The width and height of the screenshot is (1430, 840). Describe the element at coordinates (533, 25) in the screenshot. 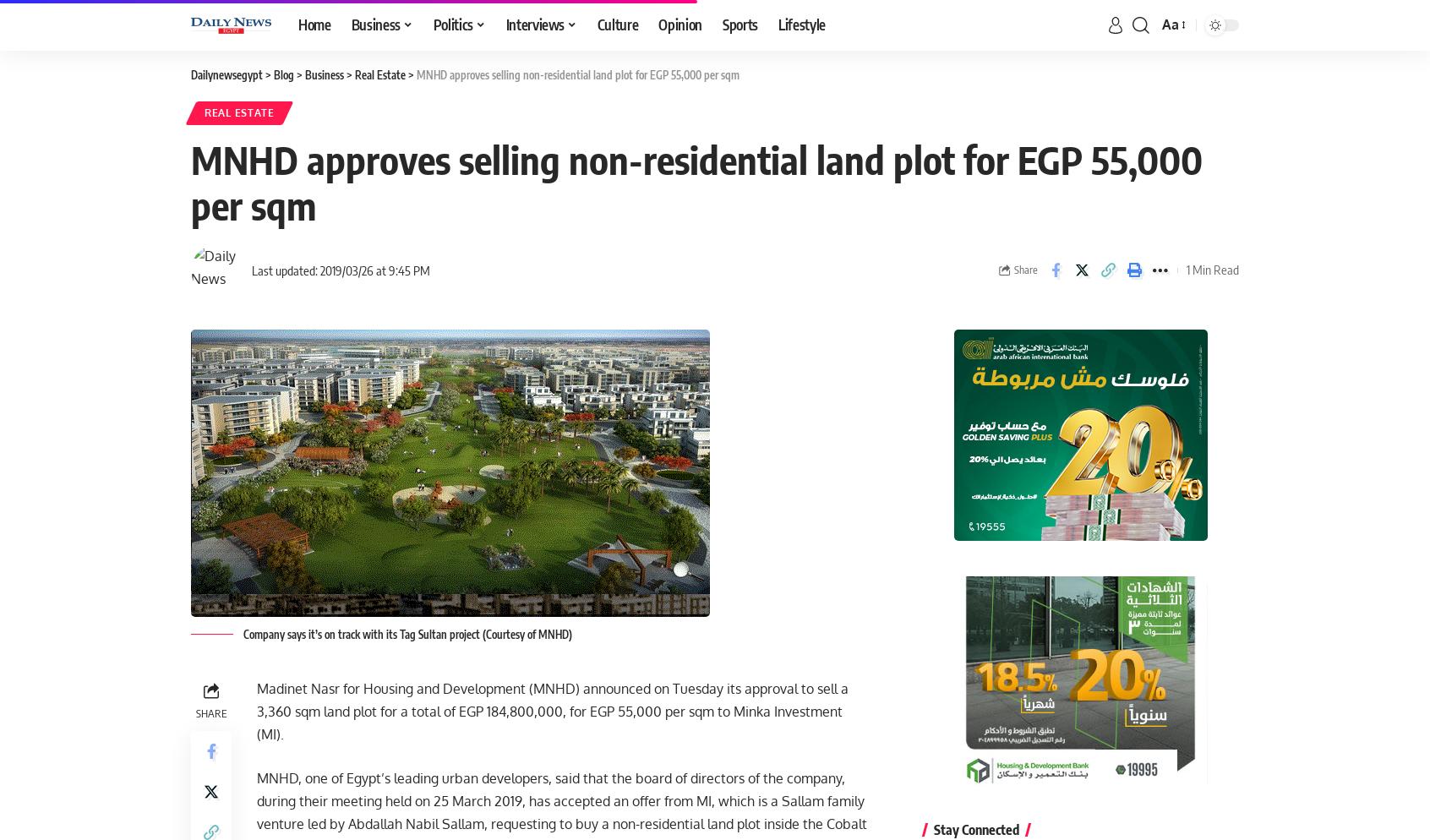

I see `'Interviews'` at that location.